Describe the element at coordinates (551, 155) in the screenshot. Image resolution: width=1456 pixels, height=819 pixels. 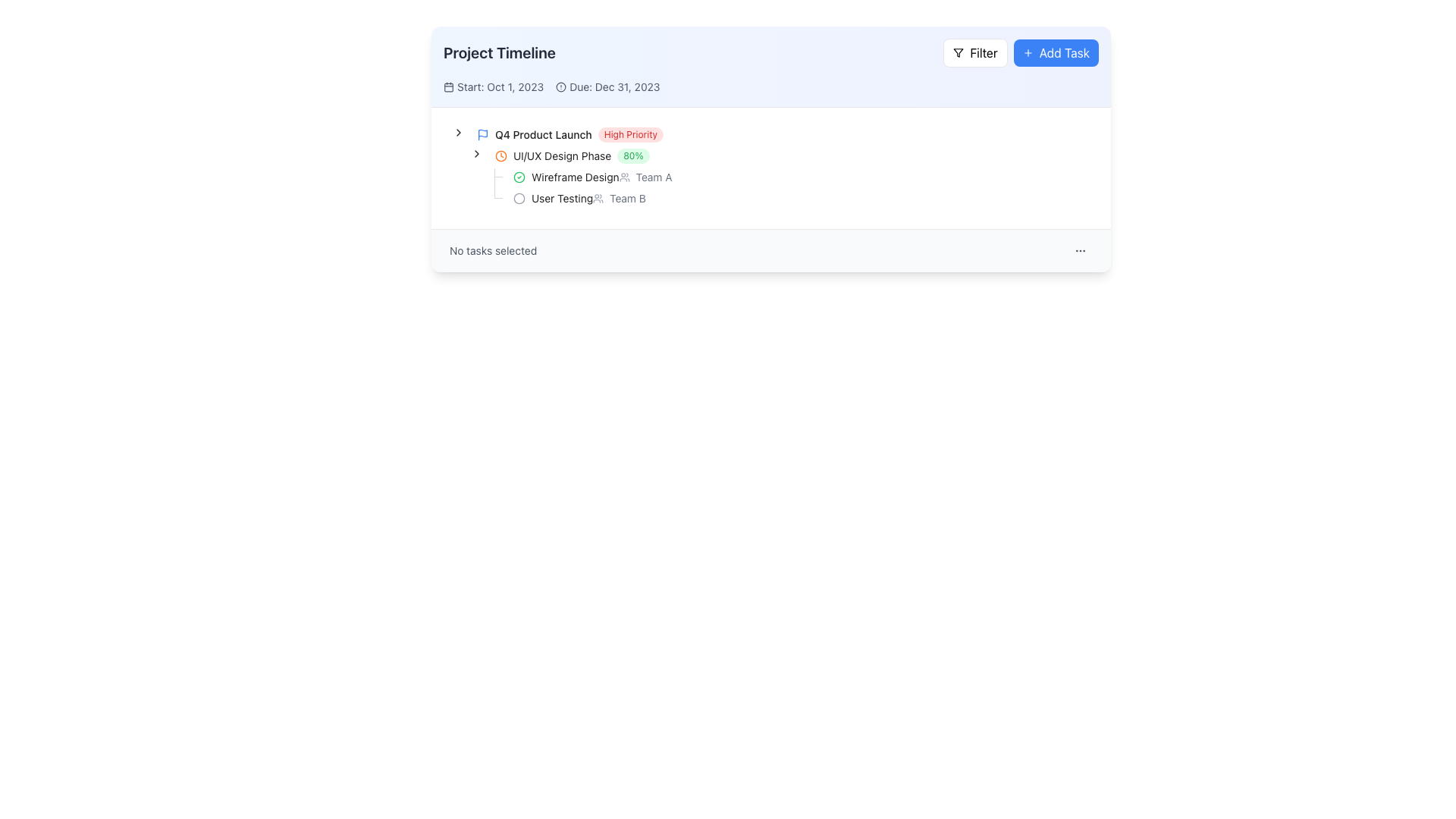
I see `the Tree item labeled 'UI/UX Design Phase' with a progress percentage of '80%'` at that location.